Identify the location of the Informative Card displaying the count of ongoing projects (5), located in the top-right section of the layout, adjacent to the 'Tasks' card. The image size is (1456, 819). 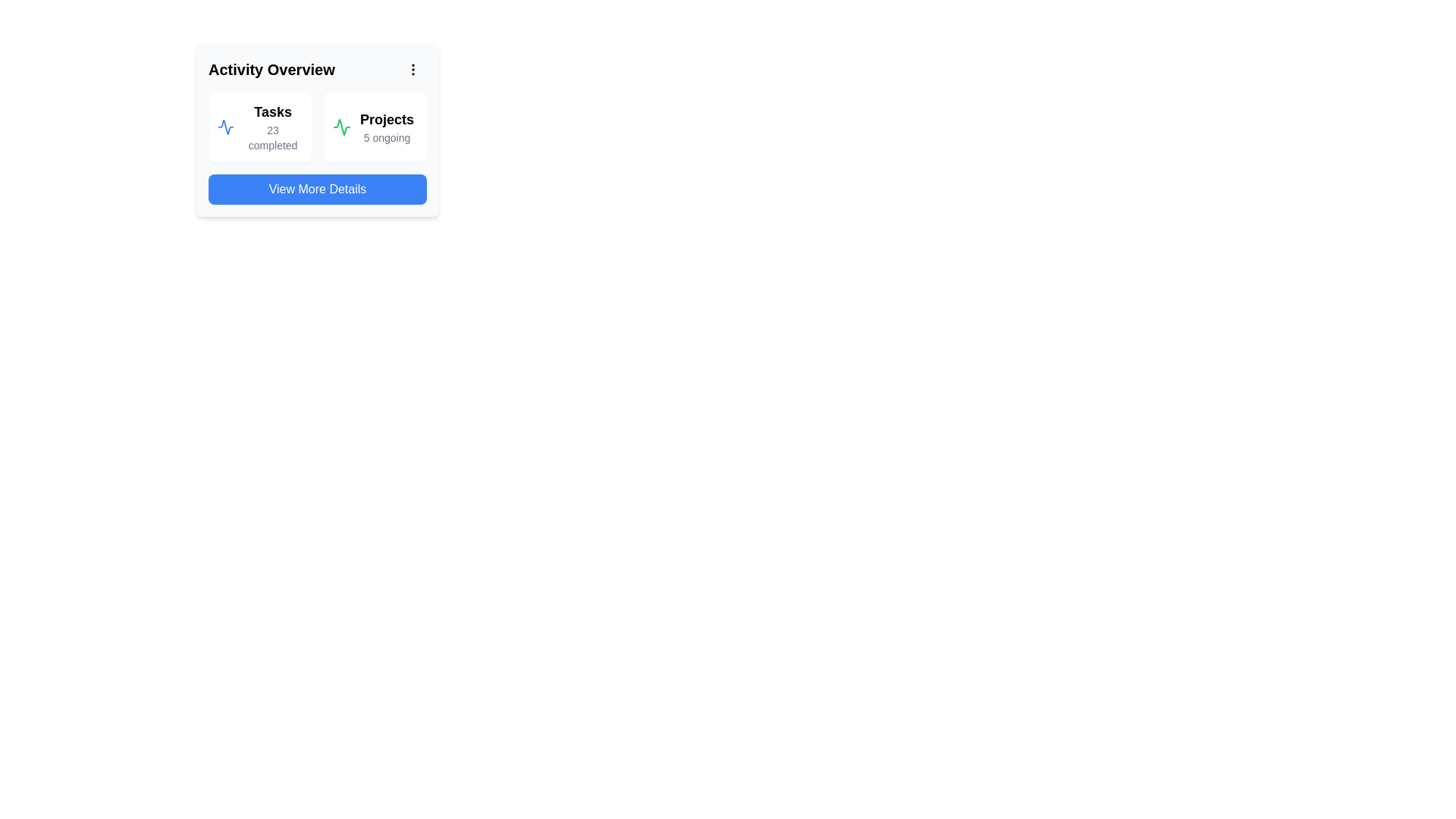
(375, 127).